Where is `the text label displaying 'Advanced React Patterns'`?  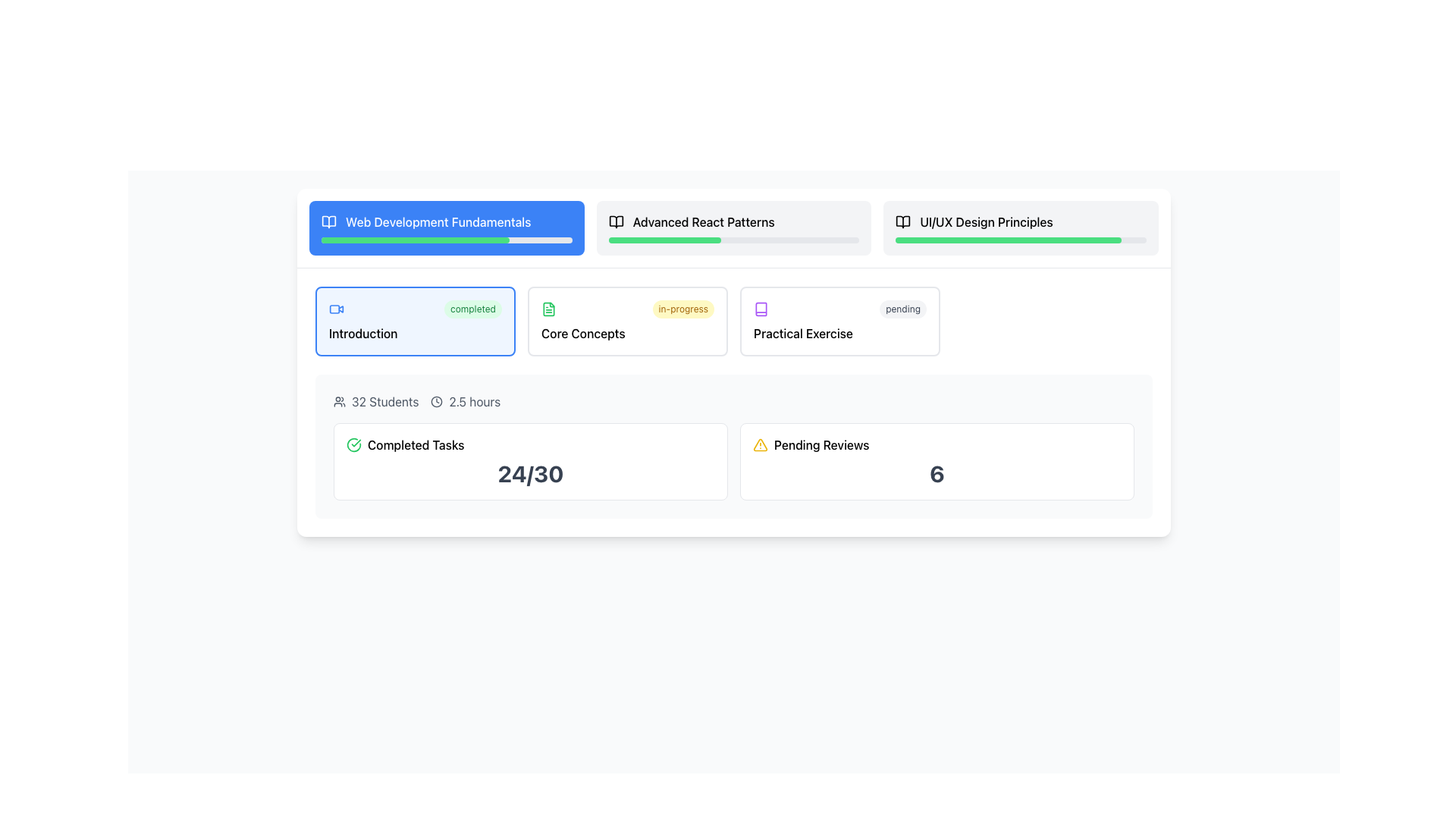 the text label displaying 'Advanced React Patterns' is located at coordinates (702, 222).